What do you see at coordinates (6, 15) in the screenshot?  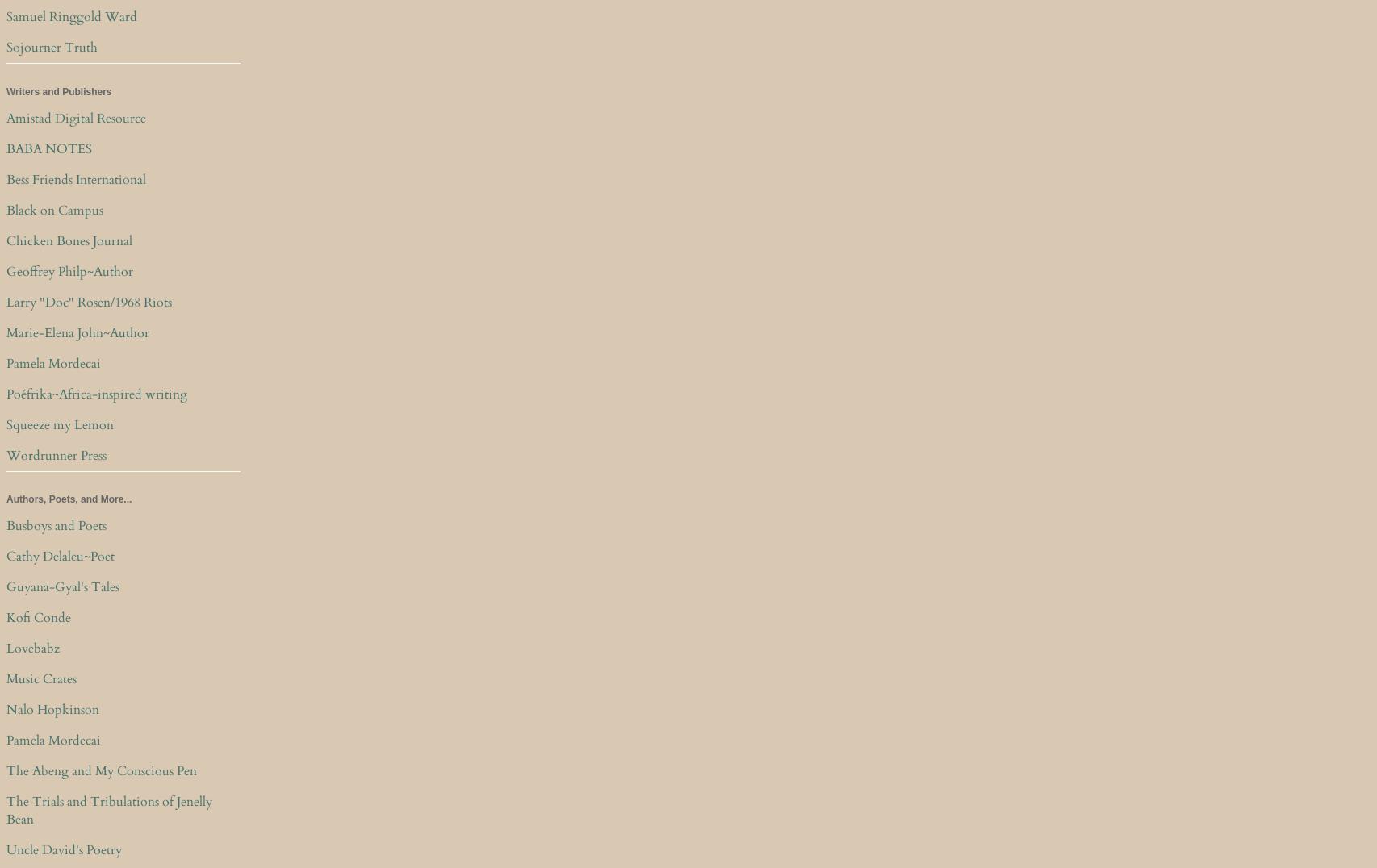 I see `'Samuel Ringgold Ward'` at bounding box center [6, 15].